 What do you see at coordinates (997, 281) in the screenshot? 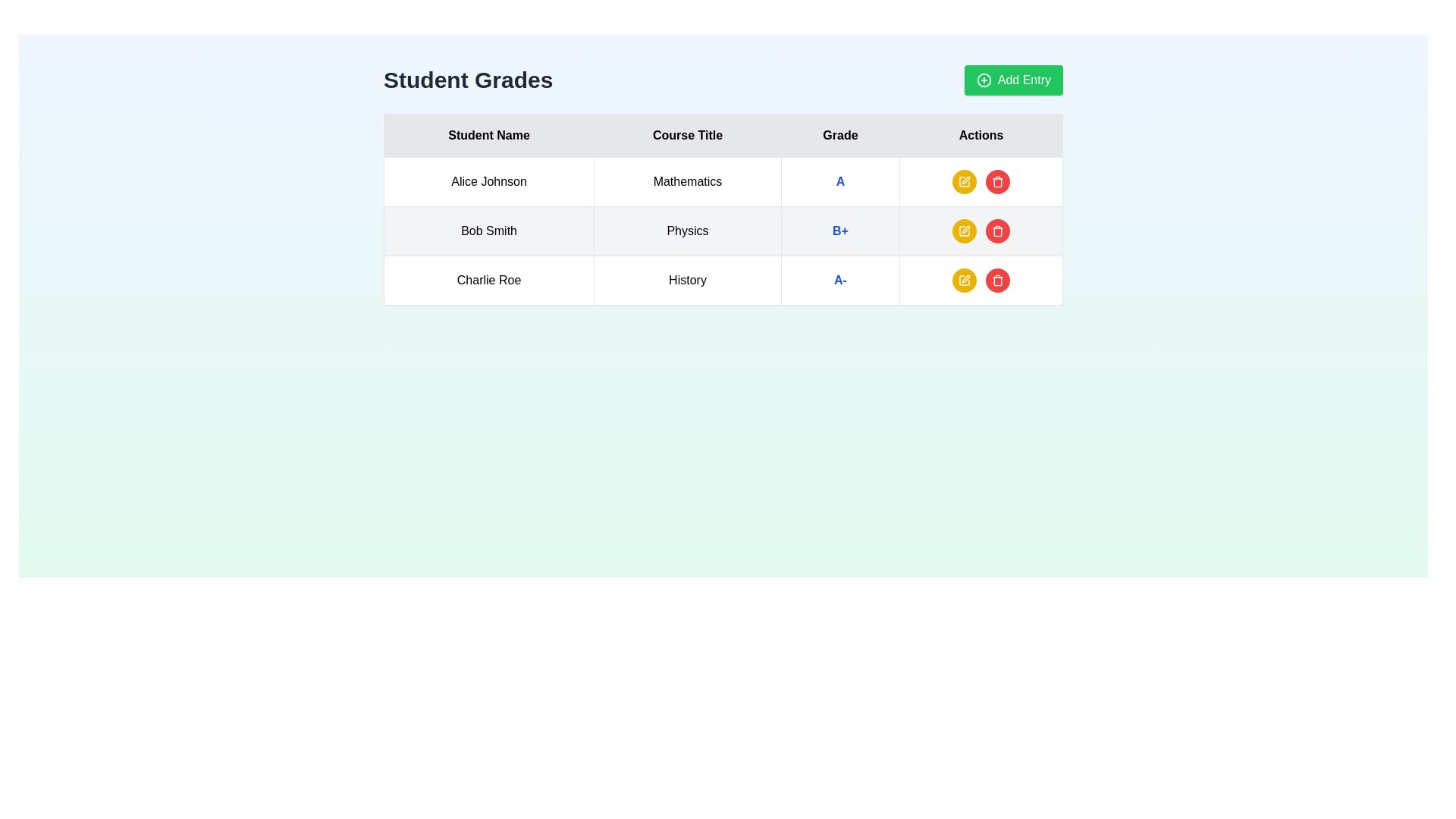
I see `the trash/delete button located in the 'Actions' column of the table to initiate deletion of the 'Charlie Roe' entry` at bounding box center [997, 281].